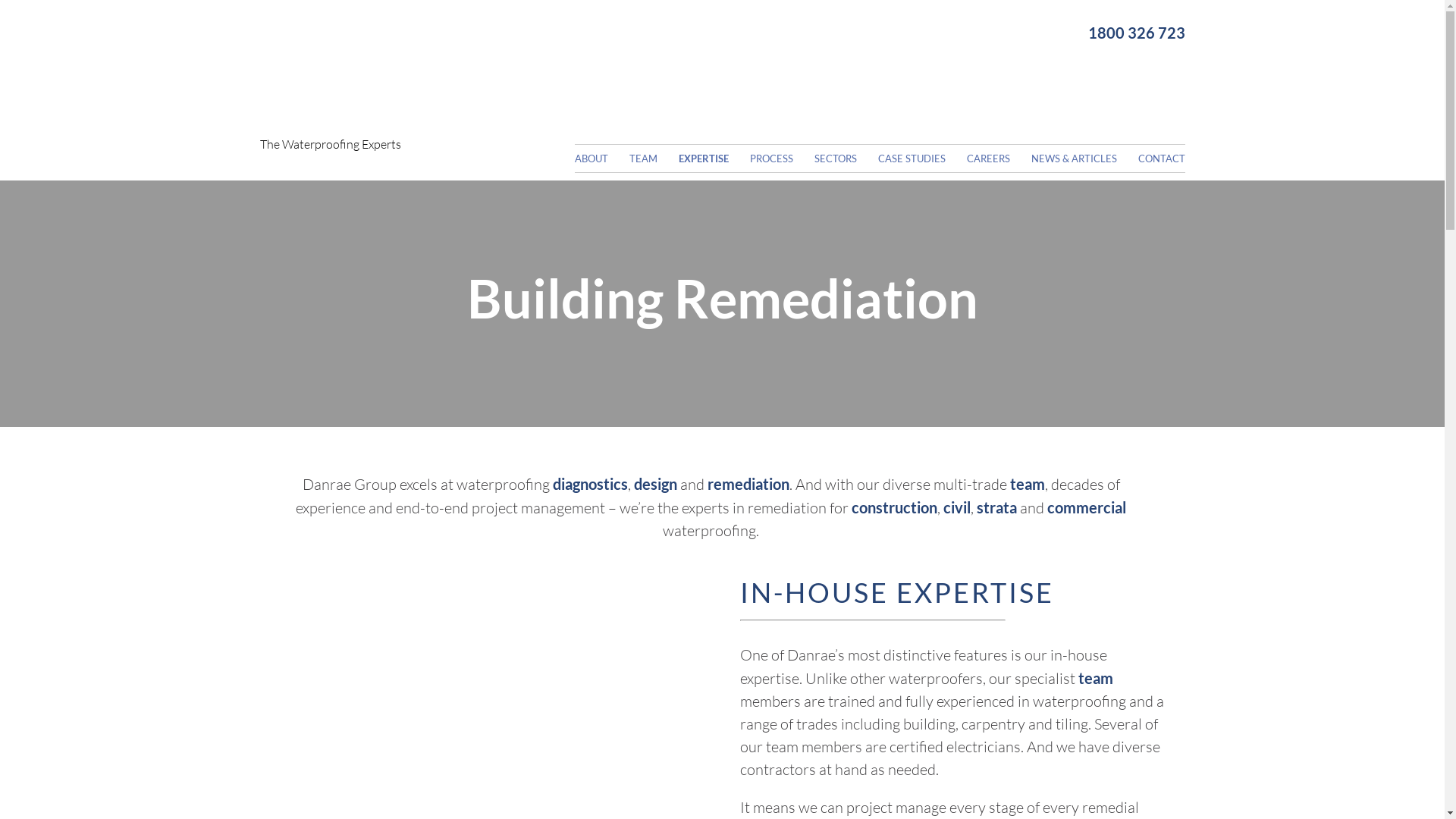  I want to click on 'team', so click(1095, 677).